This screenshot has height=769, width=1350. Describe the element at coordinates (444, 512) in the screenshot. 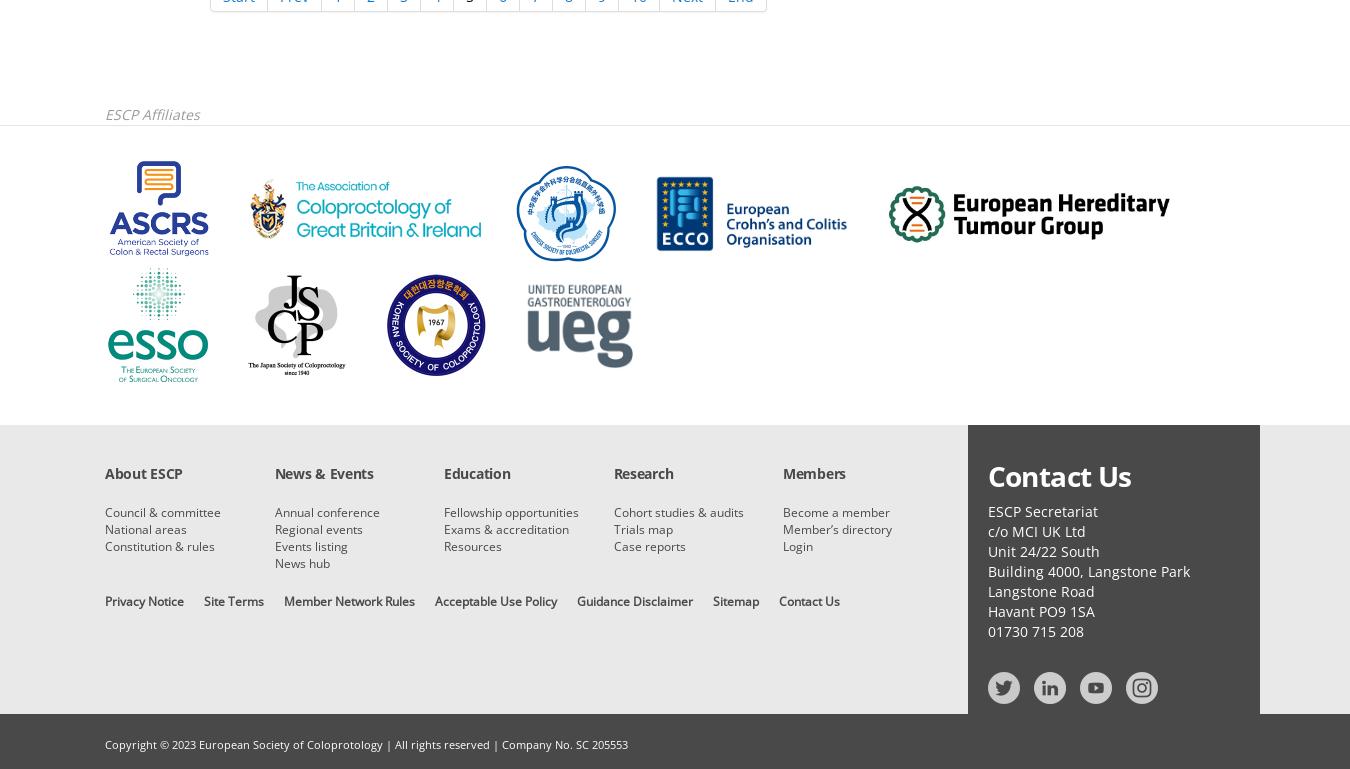

I see `'Fellowship opportunities'` at that location.